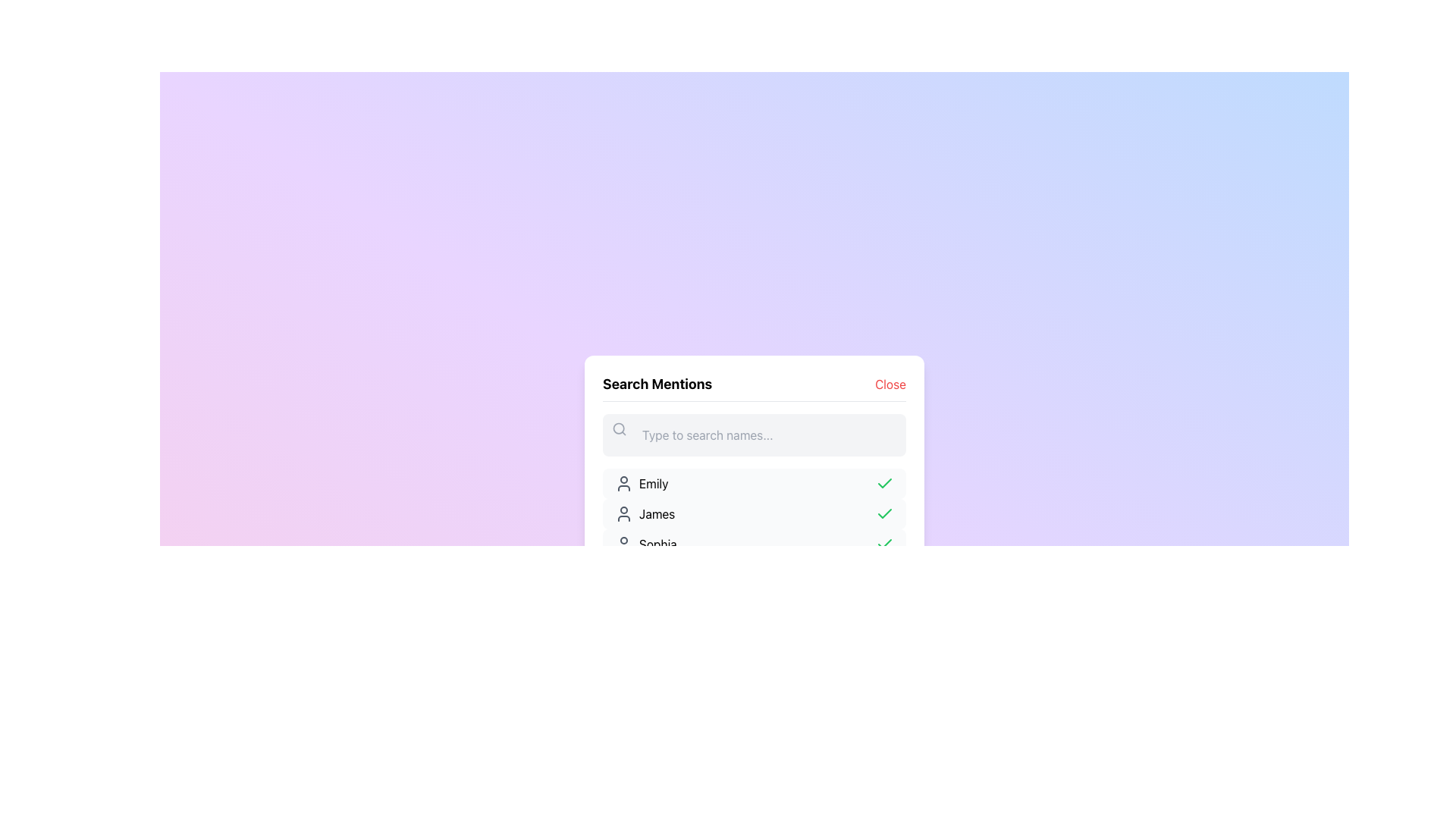 Image resolution: width=1456 pixels, height=819 pixels. I want to click on the Text Label that serves as a heading for the section to check if tooltips appear, so click(657, 383).